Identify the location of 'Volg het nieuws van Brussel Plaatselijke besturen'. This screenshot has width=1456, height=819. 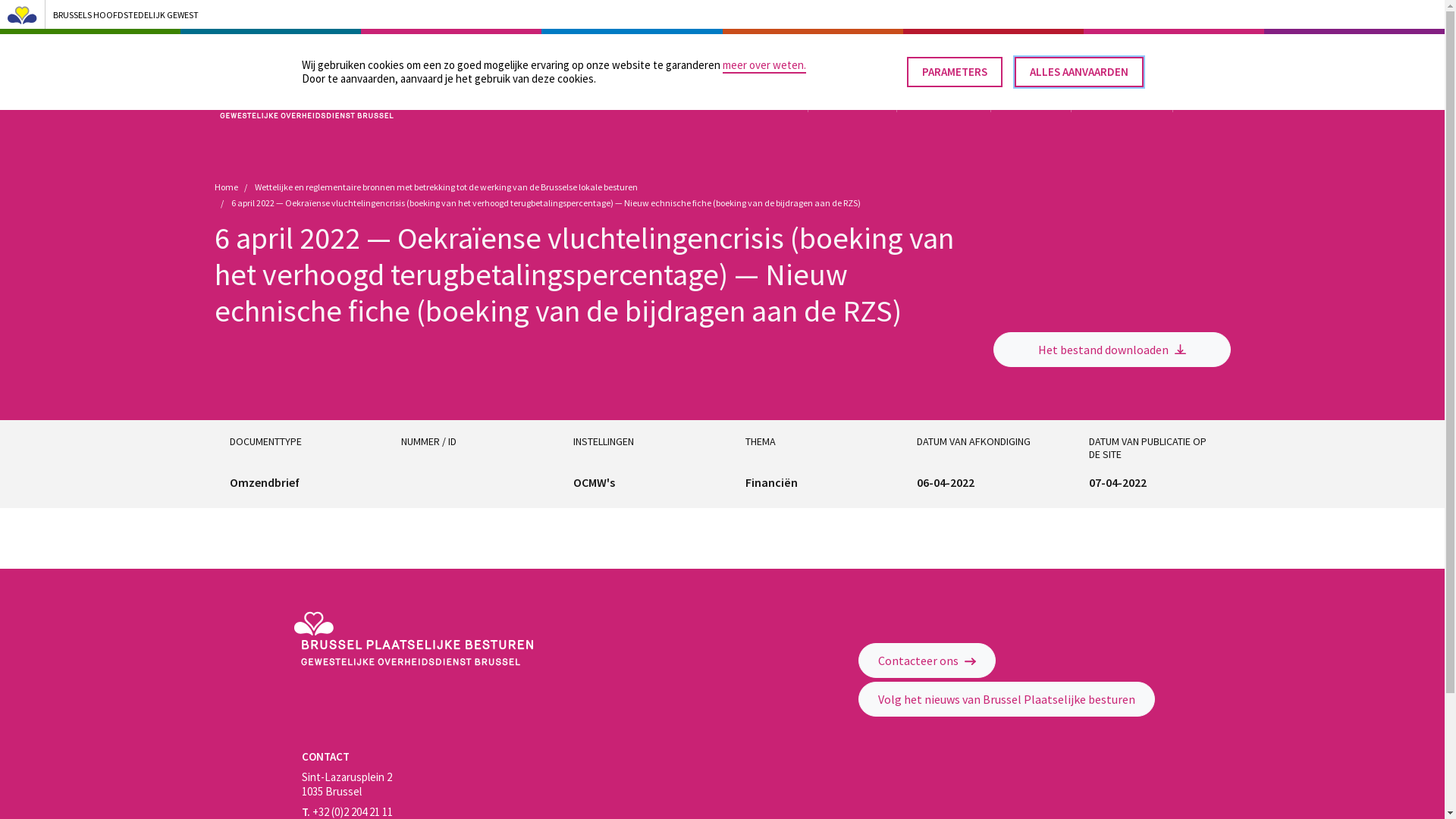
(1006, 698).